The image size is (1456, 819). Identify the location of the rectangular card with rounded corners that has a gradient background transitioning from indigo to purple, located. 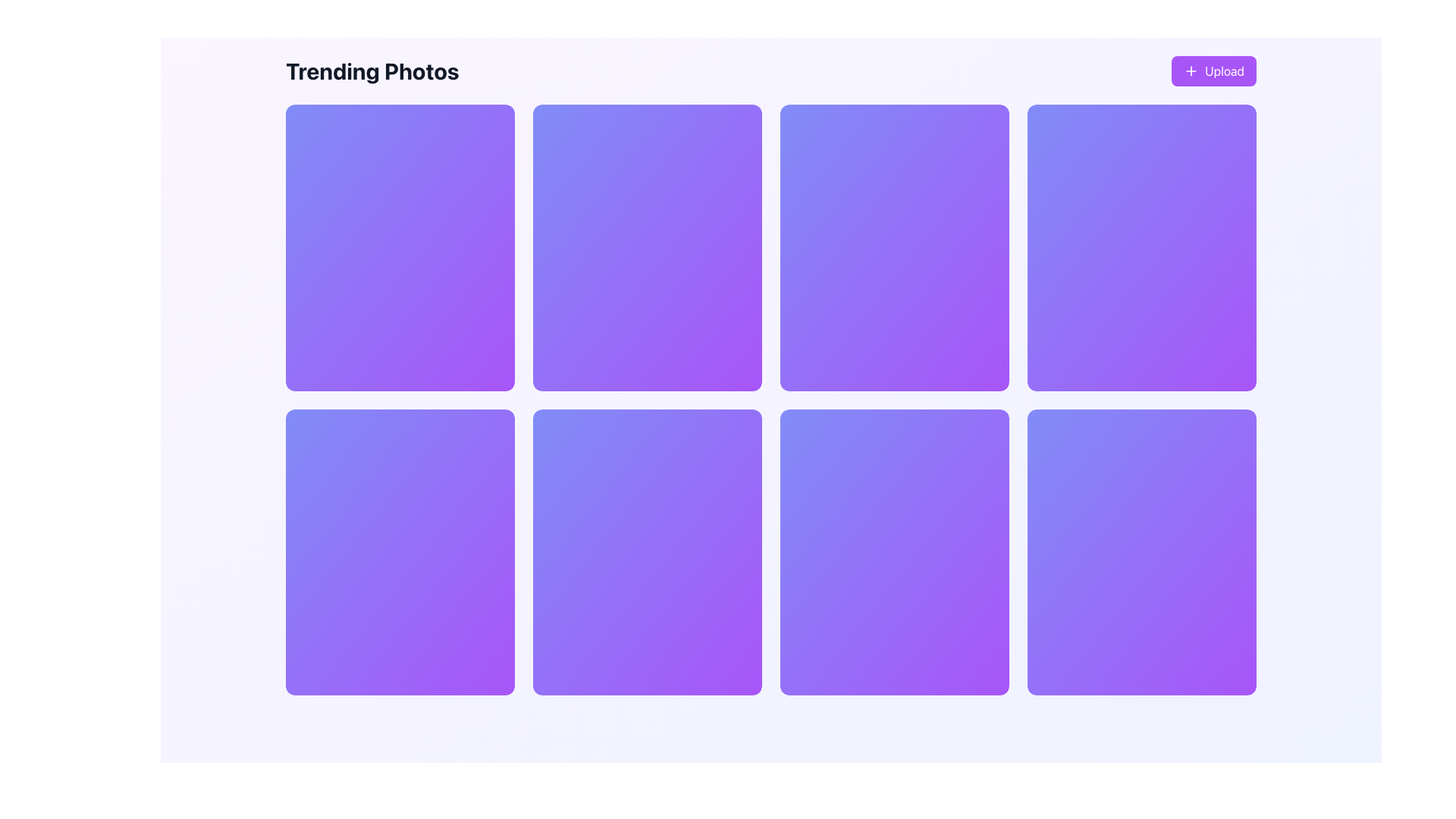
(895, 552).